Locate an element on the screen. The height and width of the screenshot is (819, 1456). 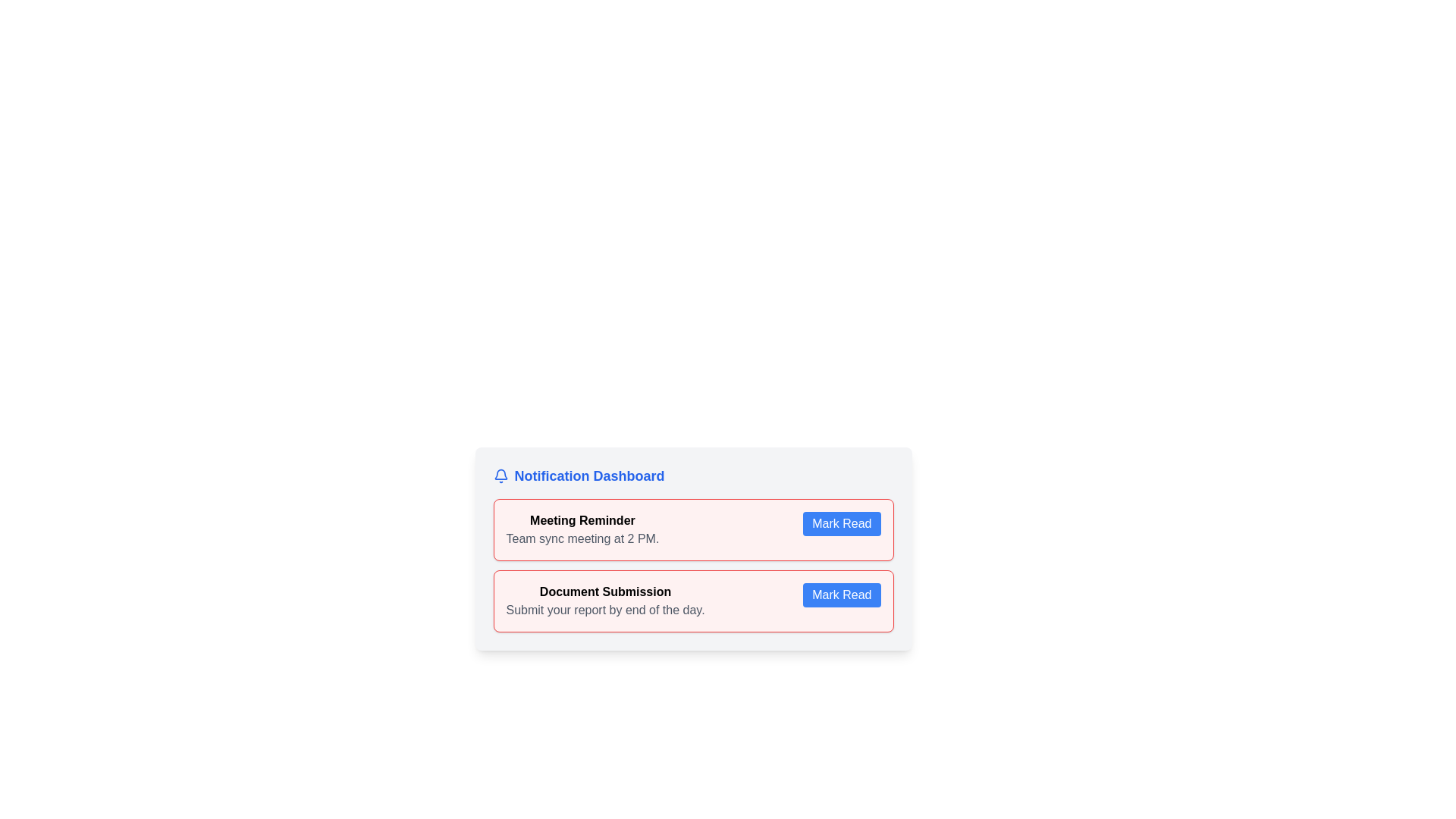
the 'Notification Dashboard' text label, which is styled in bold, large blue font and positioned next to a bell icon in the notification section is located at coordinates (588, 475).